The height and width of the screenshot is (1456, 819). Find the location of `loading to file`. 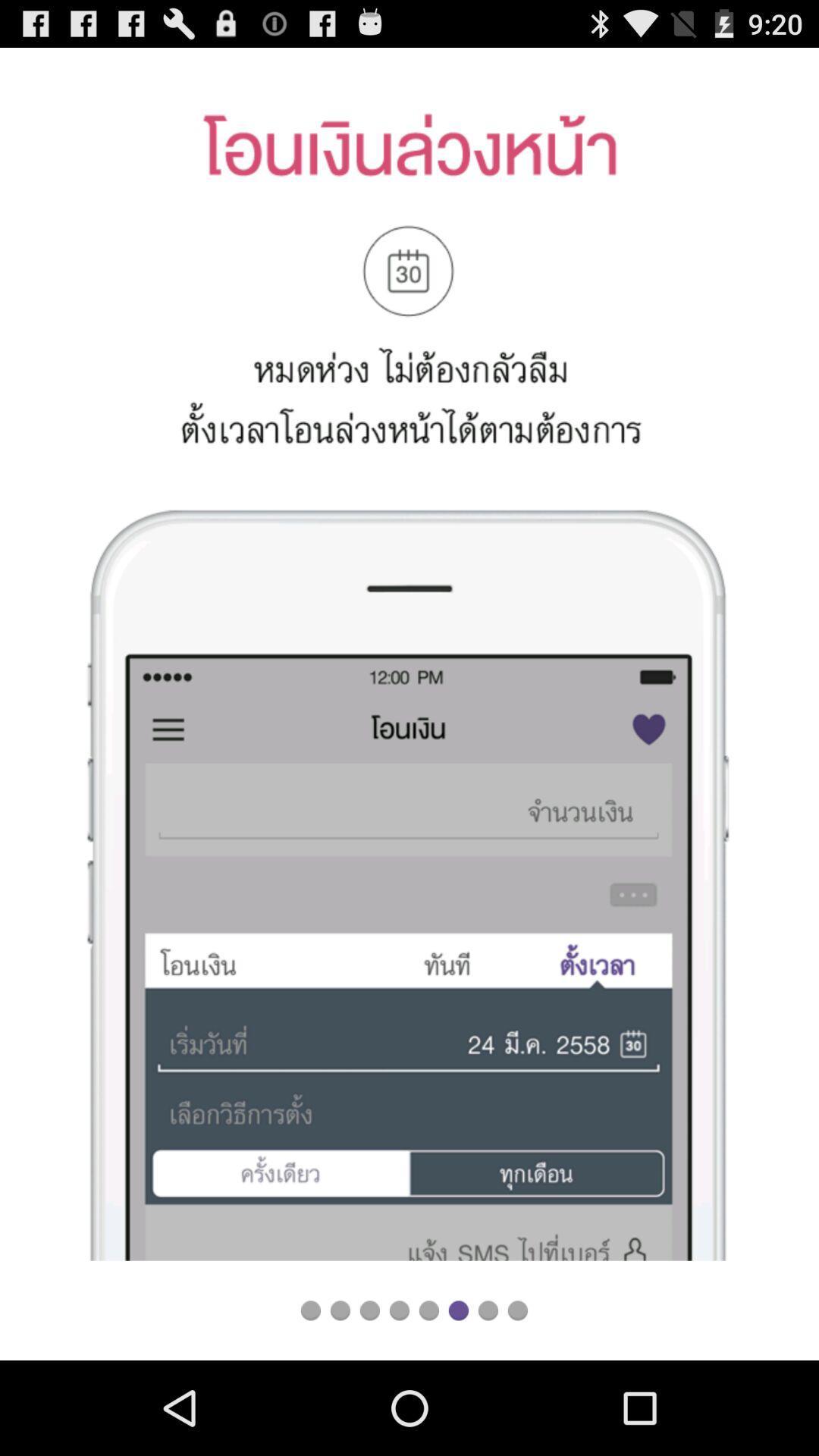

loading to file is located at coordinates (398, 1310).